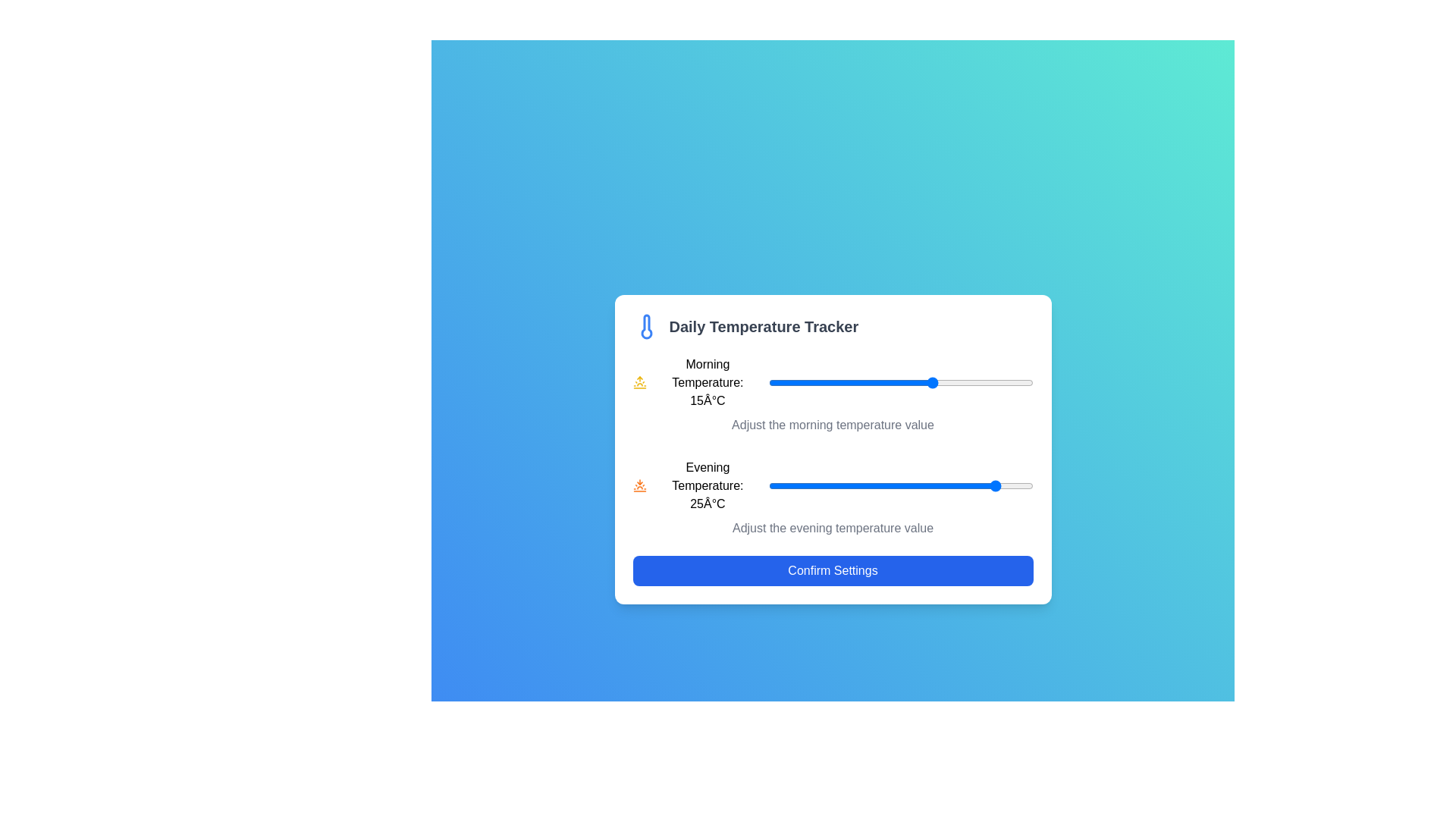  What do you see at coordinates (999, 485) in the screenshot?
I see `the evening temperature slider to 25°C` at bounding box center [999, 485].